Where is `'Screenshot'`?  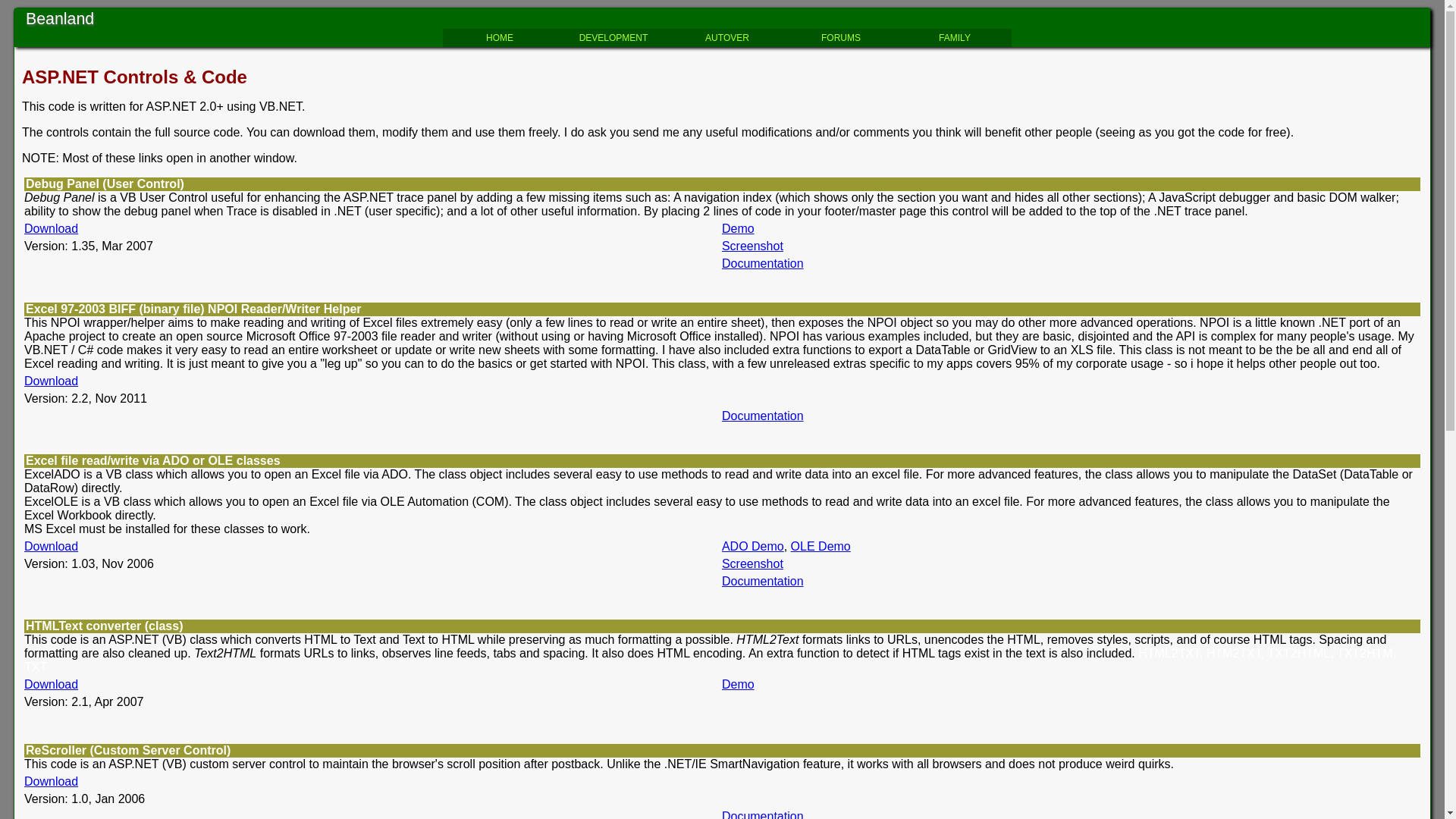 'Screenshot' is located at coordinates (752, 563).